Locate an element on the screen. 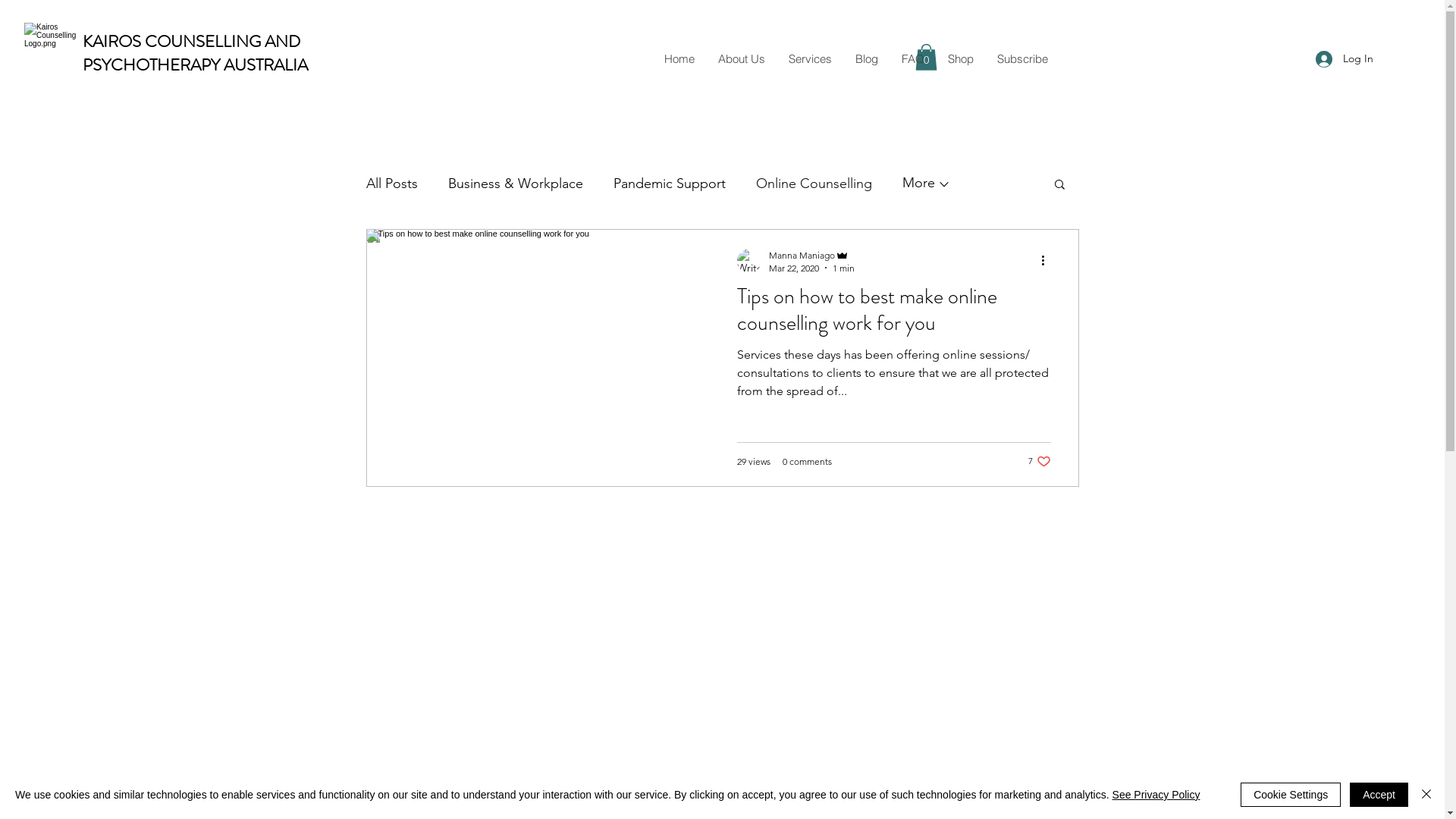  'See Privacy Policy' is located at coordinates (1156, 794).